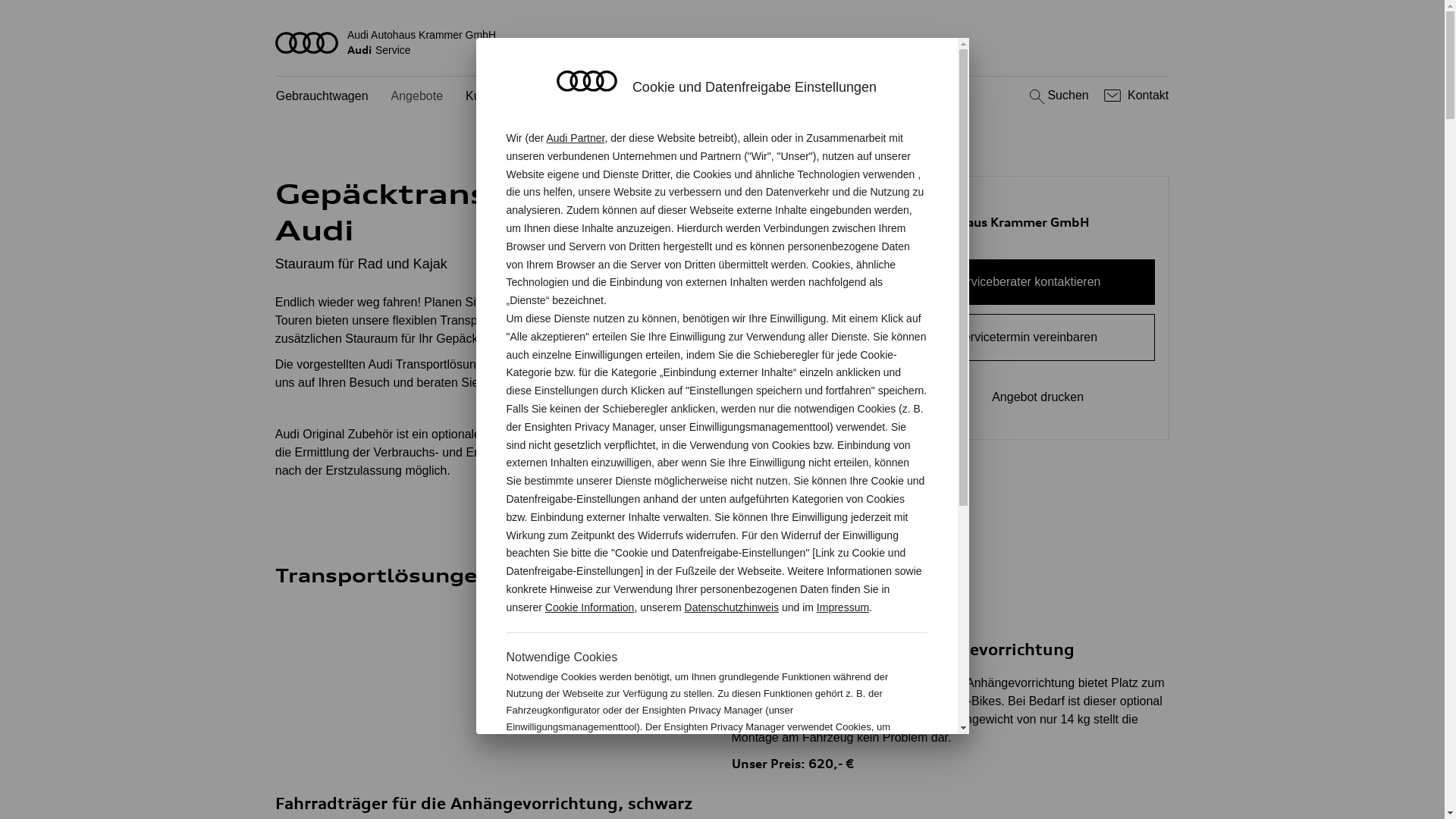 This screenshot has height=819, width=1456. What do you see at coordinates (417, 96) in the screenshot?
I see `'Angebote'` at bounding box center [417, 96].